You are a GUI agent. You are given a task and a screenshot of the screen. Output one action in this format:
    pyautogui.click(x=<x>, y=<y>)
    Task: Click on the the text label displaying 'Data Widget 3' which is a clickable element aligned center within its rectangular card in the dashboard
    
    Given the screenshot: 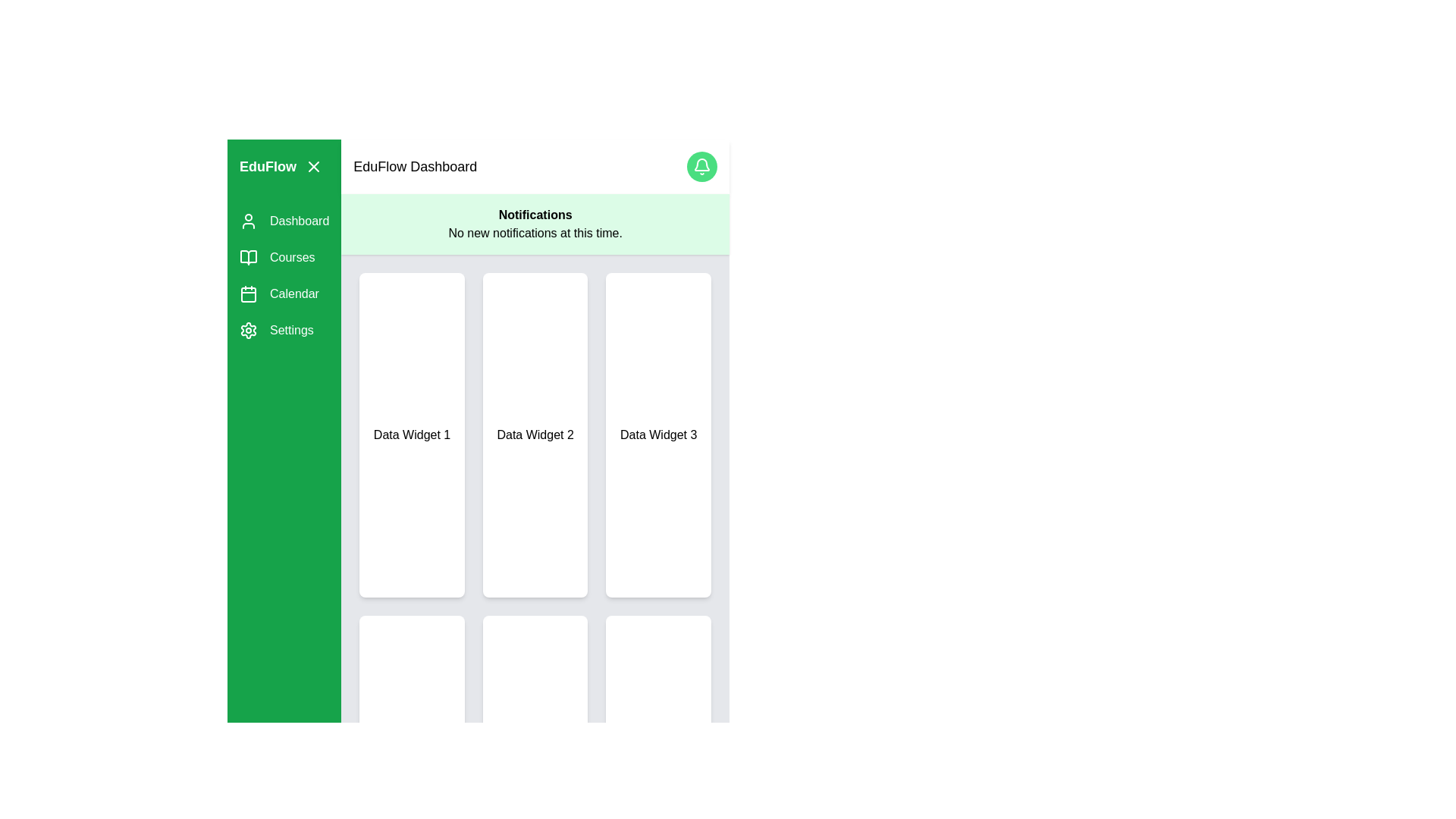 What is the action you would take?
    pyautogui.click(x=658, y=435)
    